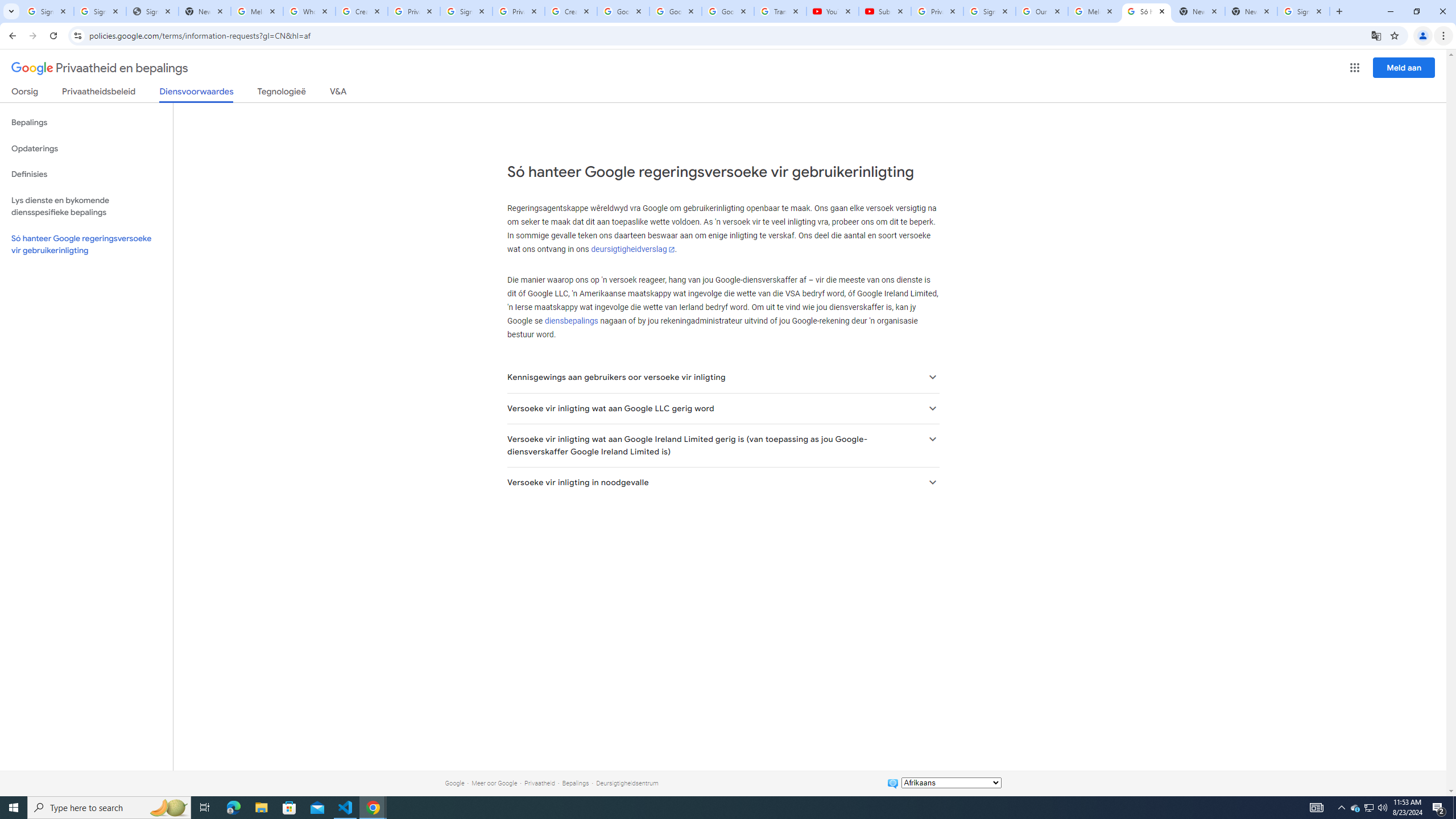 The image size is (1456, 819). What do you see at coordinates (151, 11) in the screenshot?
I see `'Sign In - USA TODAY'` at bounding box center [151, 11].